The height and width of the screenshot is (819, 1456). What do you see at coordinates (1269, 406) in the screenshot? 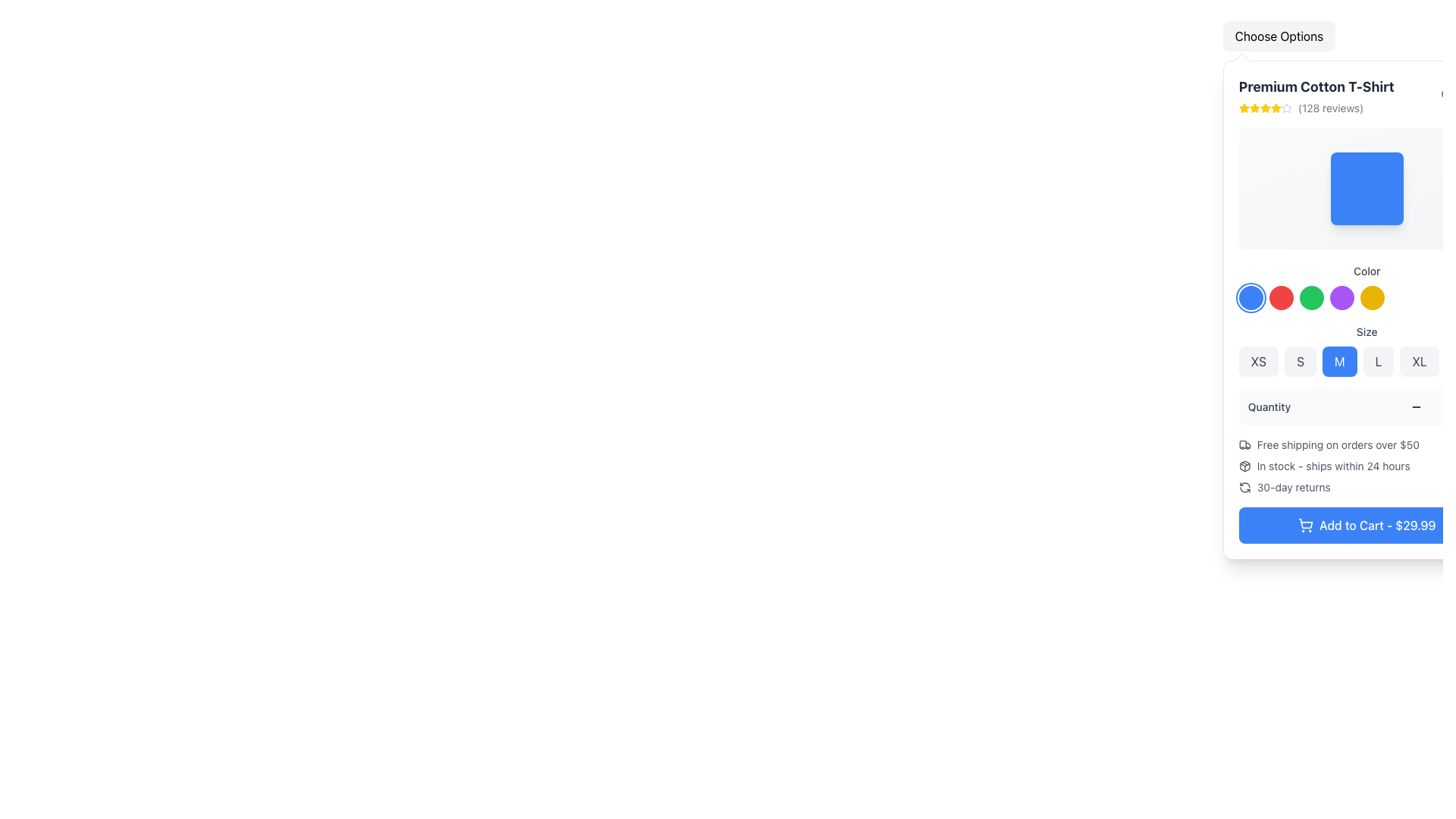
I see `the 'Quantity' label, which is a smaller gray text label located in the upper-left part of the quantity adjustment control area` at bounding box center [1269, 406].